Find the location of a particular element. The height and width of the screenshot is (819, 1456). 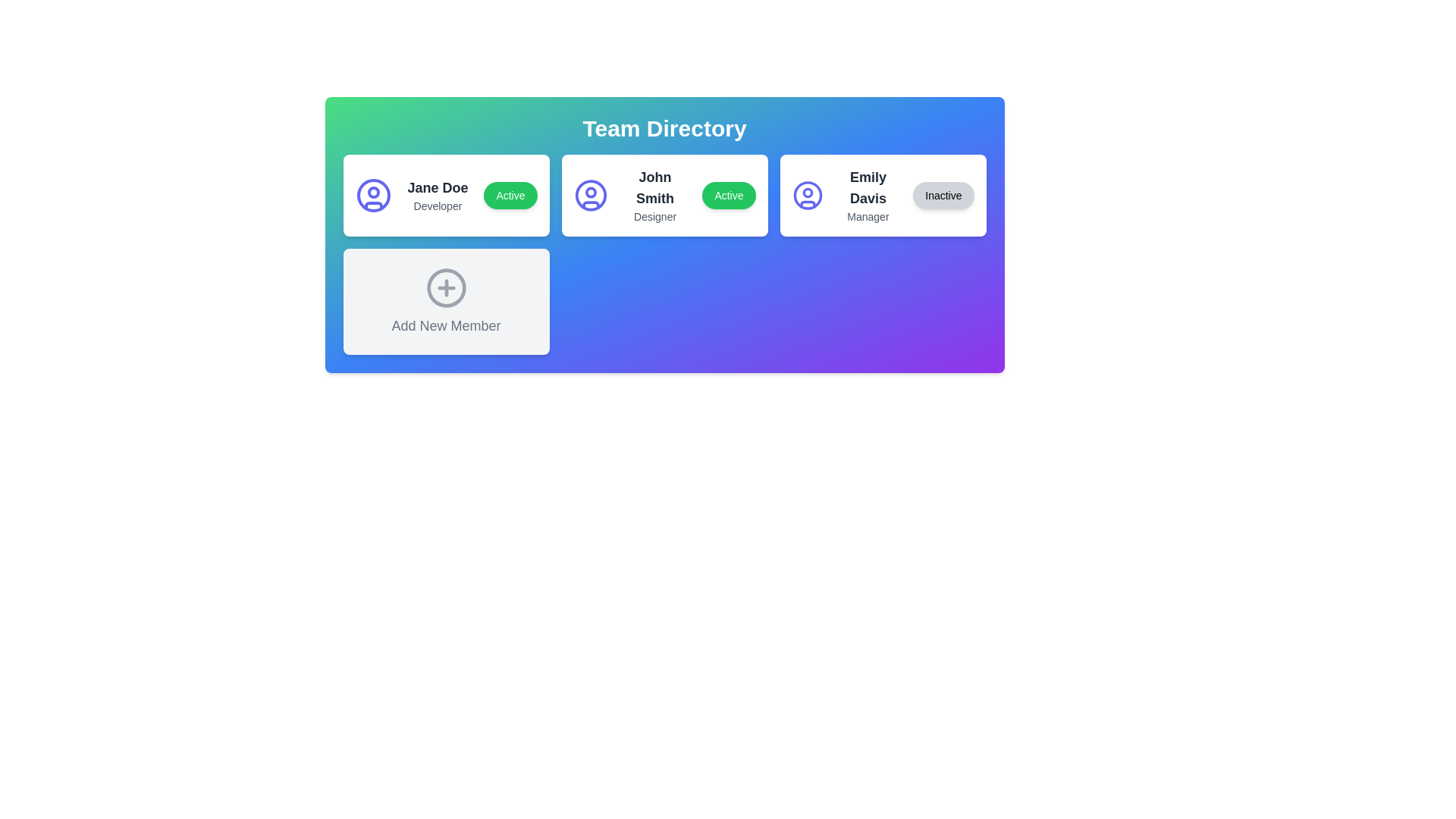

the outermost SVG circle that encloses the plus icon within the 'Add New Member' button, which serves as a decorative boundary for the icon is located at coordinates (445, 288).